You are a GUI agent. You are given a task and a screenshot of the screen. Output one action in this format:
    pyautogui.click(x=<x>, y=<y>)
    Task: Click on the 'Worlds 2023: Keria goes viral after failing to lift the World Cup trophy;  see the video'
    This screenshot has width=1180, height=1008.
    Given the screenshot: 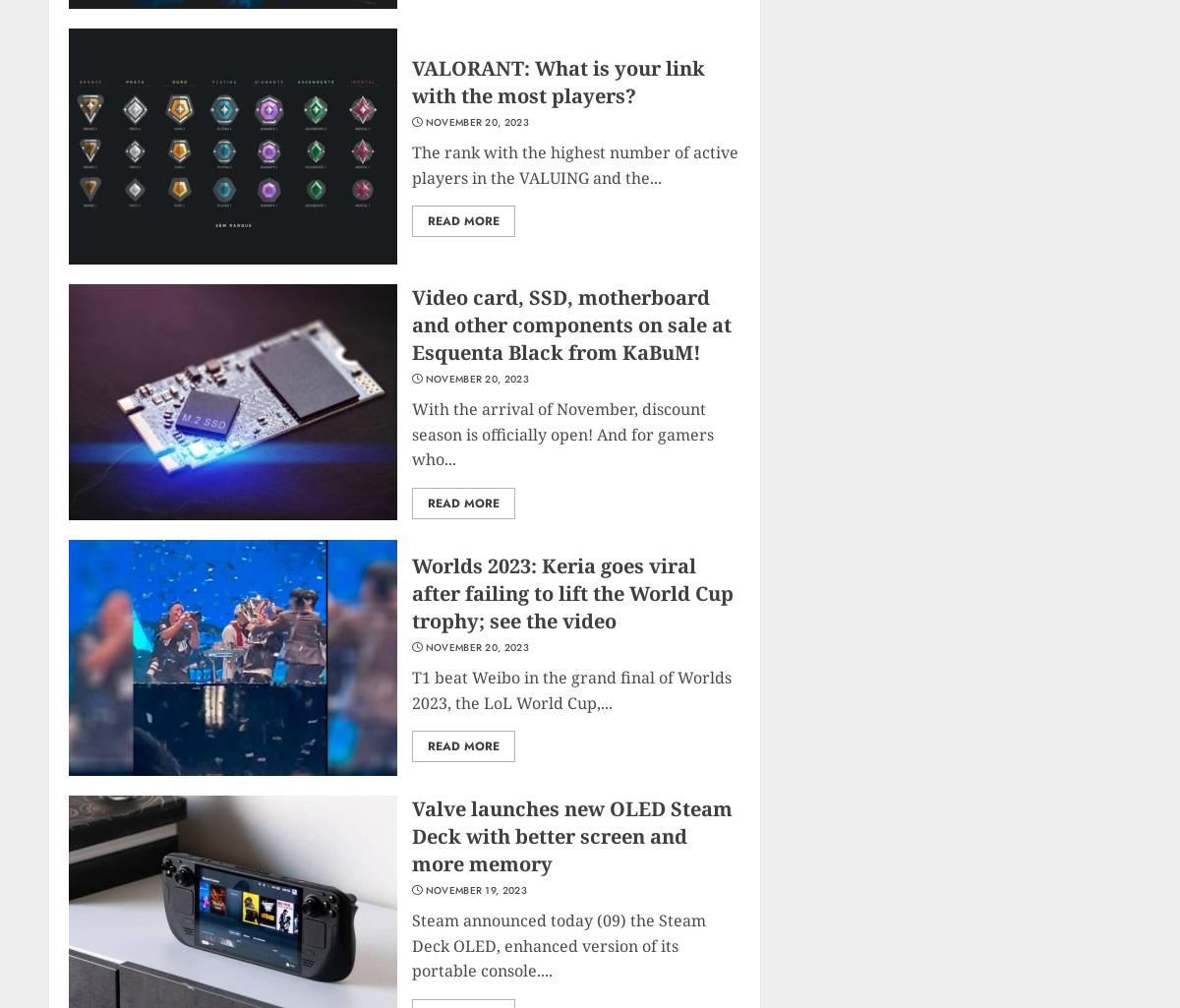 What is the action you would take?
    pyautogui.click(x=412, y=593)
    